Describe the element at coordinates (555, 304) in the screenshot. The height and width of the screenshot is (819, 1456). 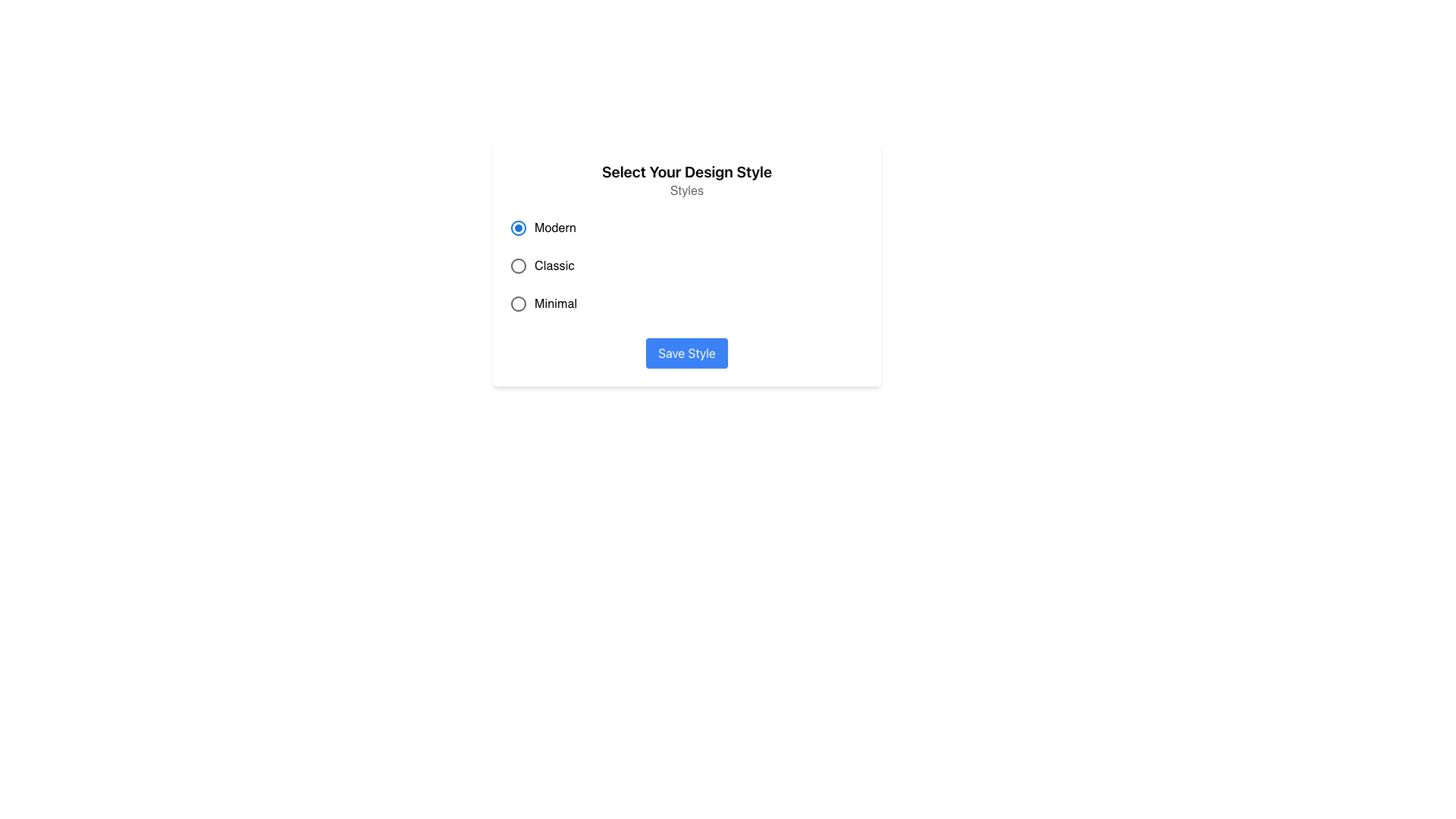
I see `the label indicating the 'Minimal' design style option, which is the last option in the group of radio-button options` at that location.